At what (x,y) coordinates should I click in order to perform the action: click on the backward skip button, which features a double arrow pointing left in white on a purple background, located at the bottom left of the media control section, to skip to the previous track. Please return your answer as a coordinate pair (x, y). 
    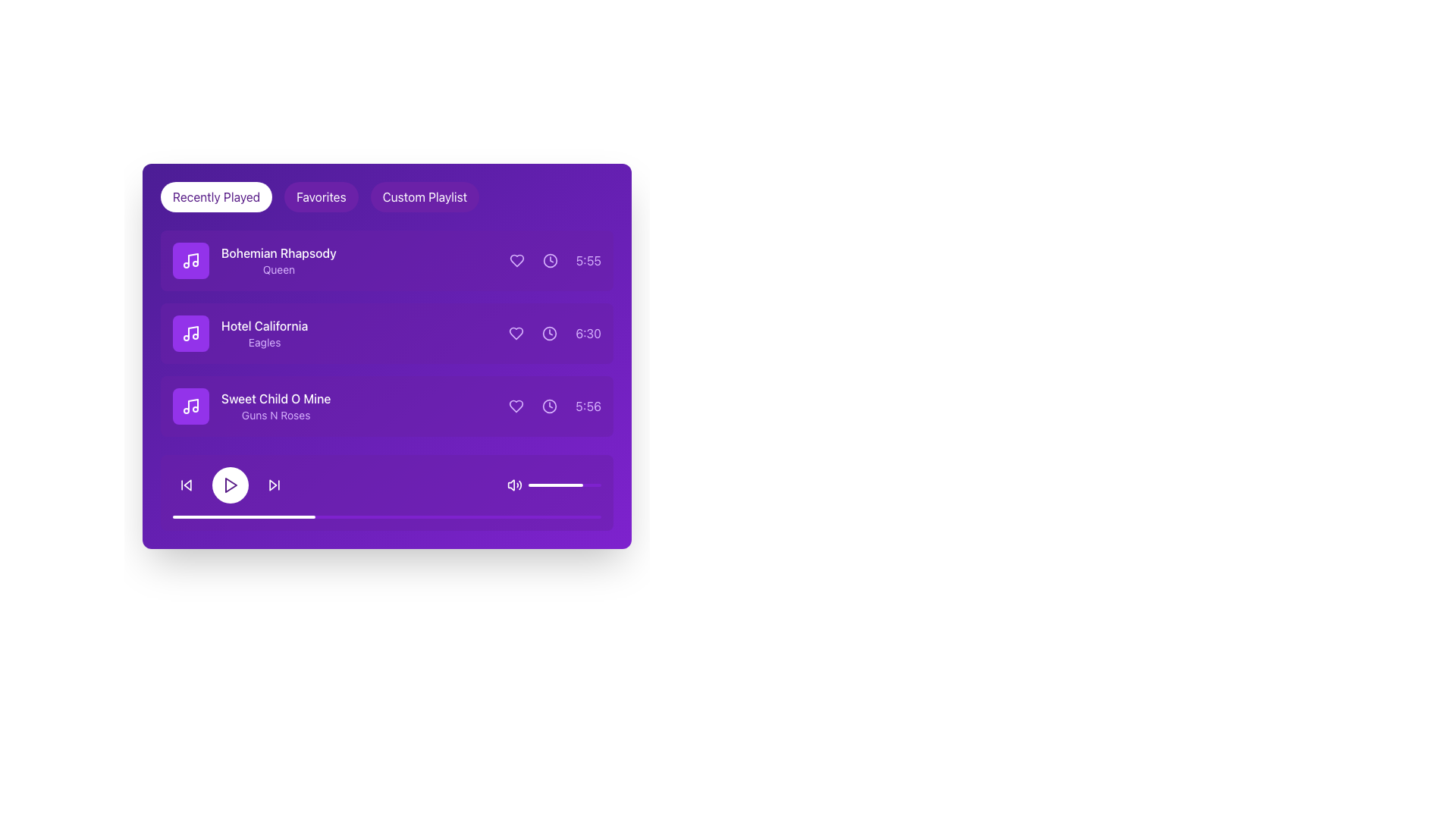
    Looking at the image, I should click on (185, 485).